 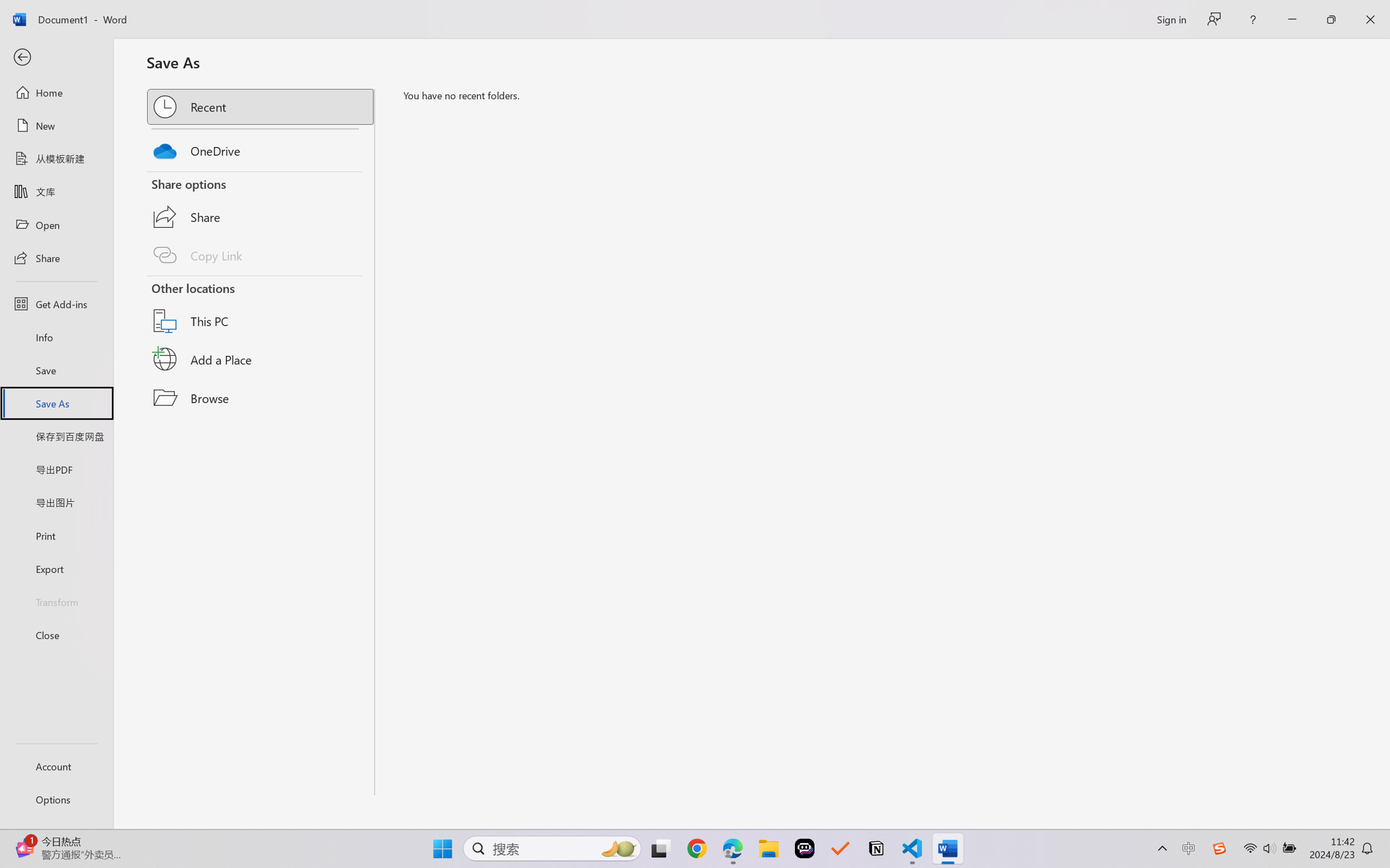 What do you see at coordinates (261, 397) in the screenshot?
I see `'Browse'` at bounding box center [261, 397].